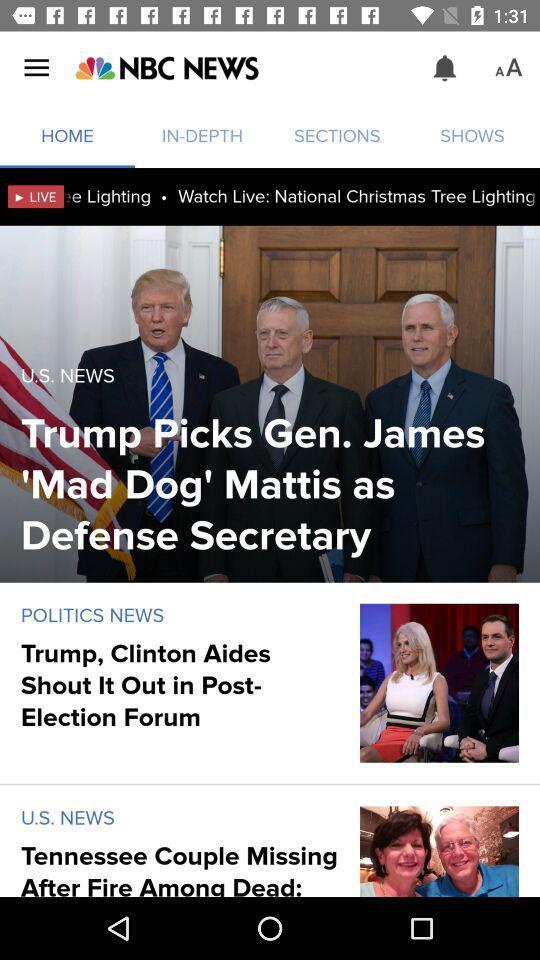  I want to click on the font icon, so click(508, 68).